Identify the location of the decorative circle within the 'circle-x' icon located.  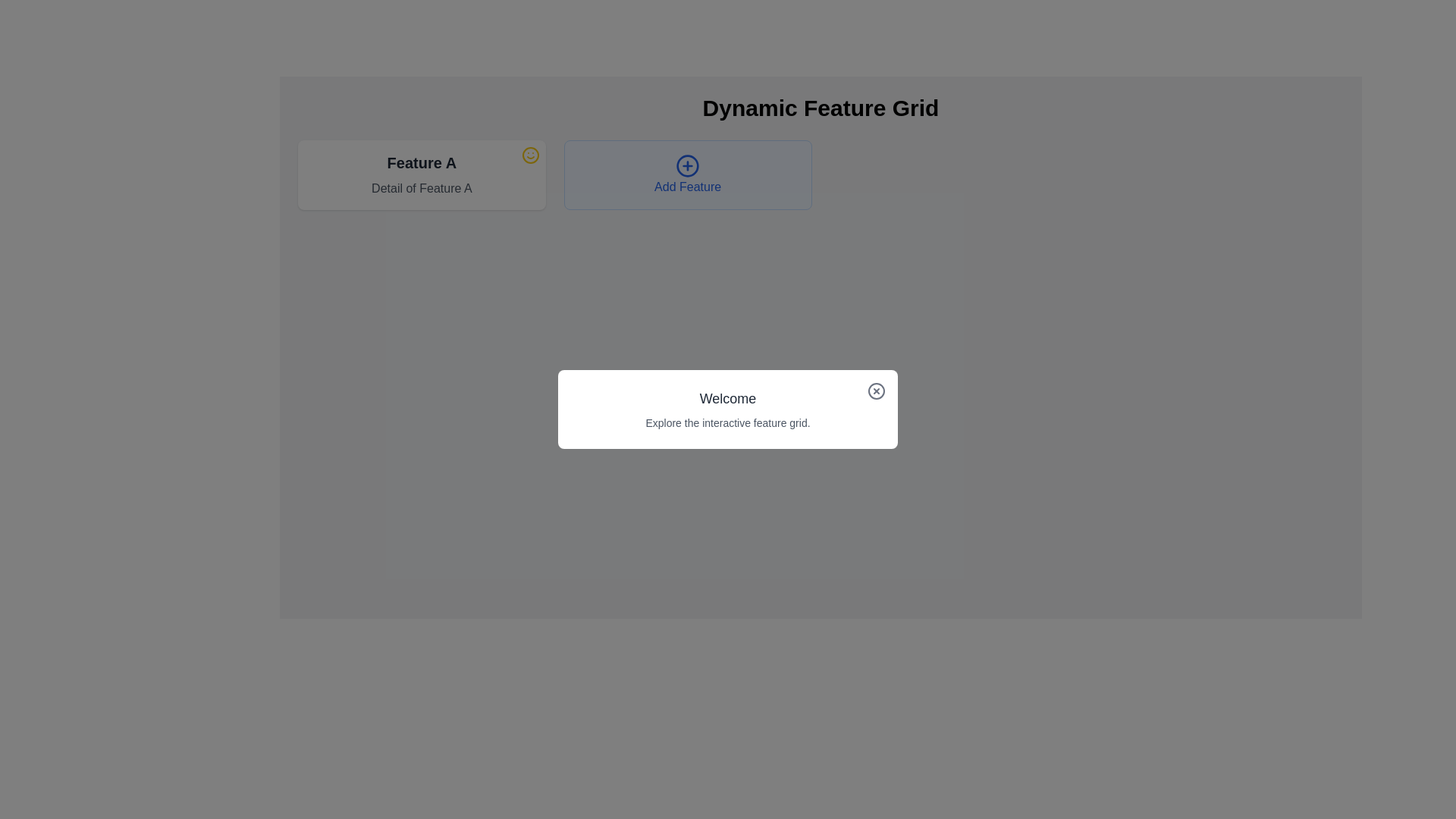
(877, 391).